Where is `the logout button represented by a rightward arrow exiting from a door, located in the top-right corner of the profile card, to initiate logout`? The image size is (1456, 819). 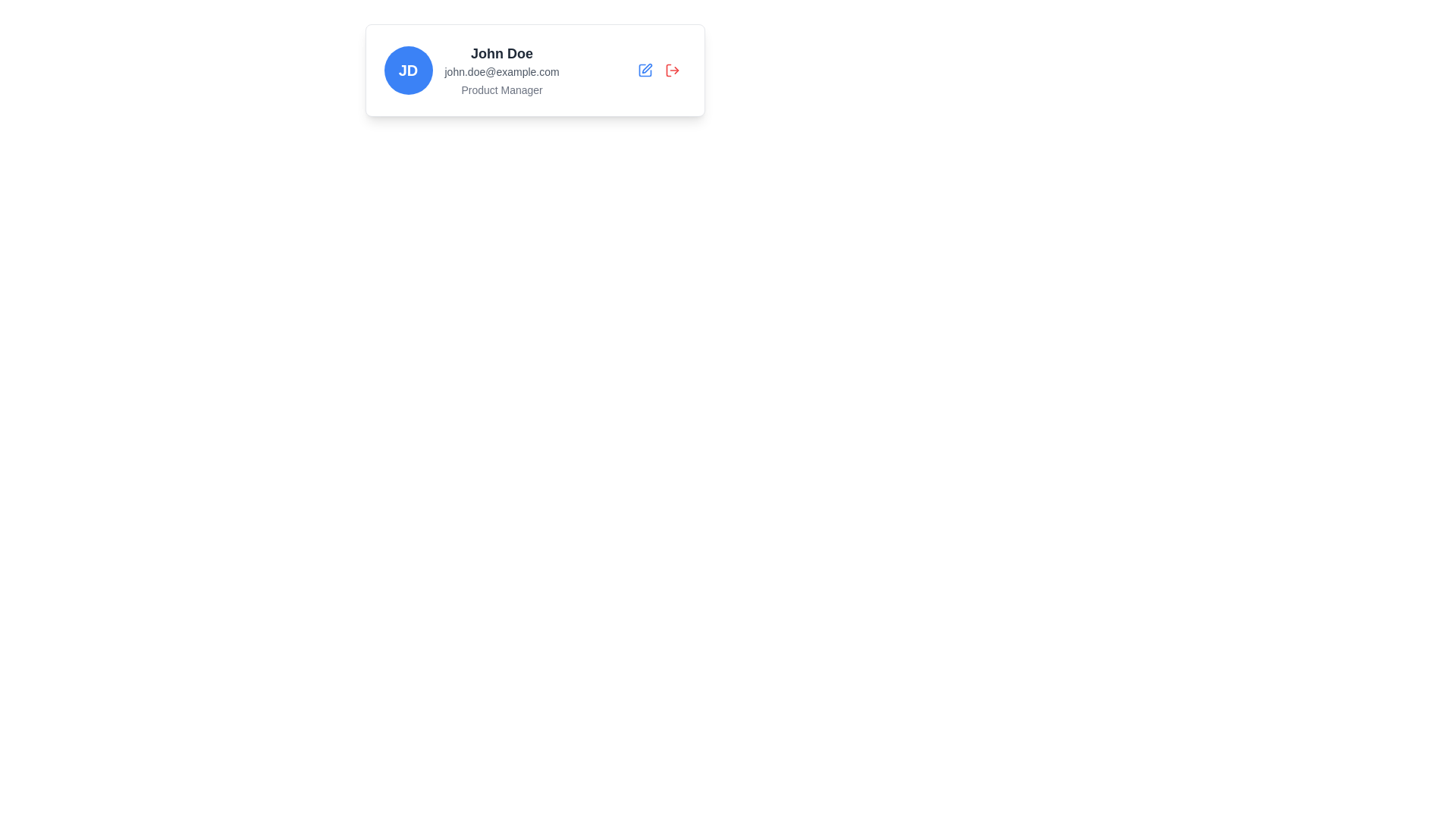
the logout button represented by a rightward arrow exiting from a door, located in the top-right corner of the profile card, to initiate logout is located at coordinates (671, 70).